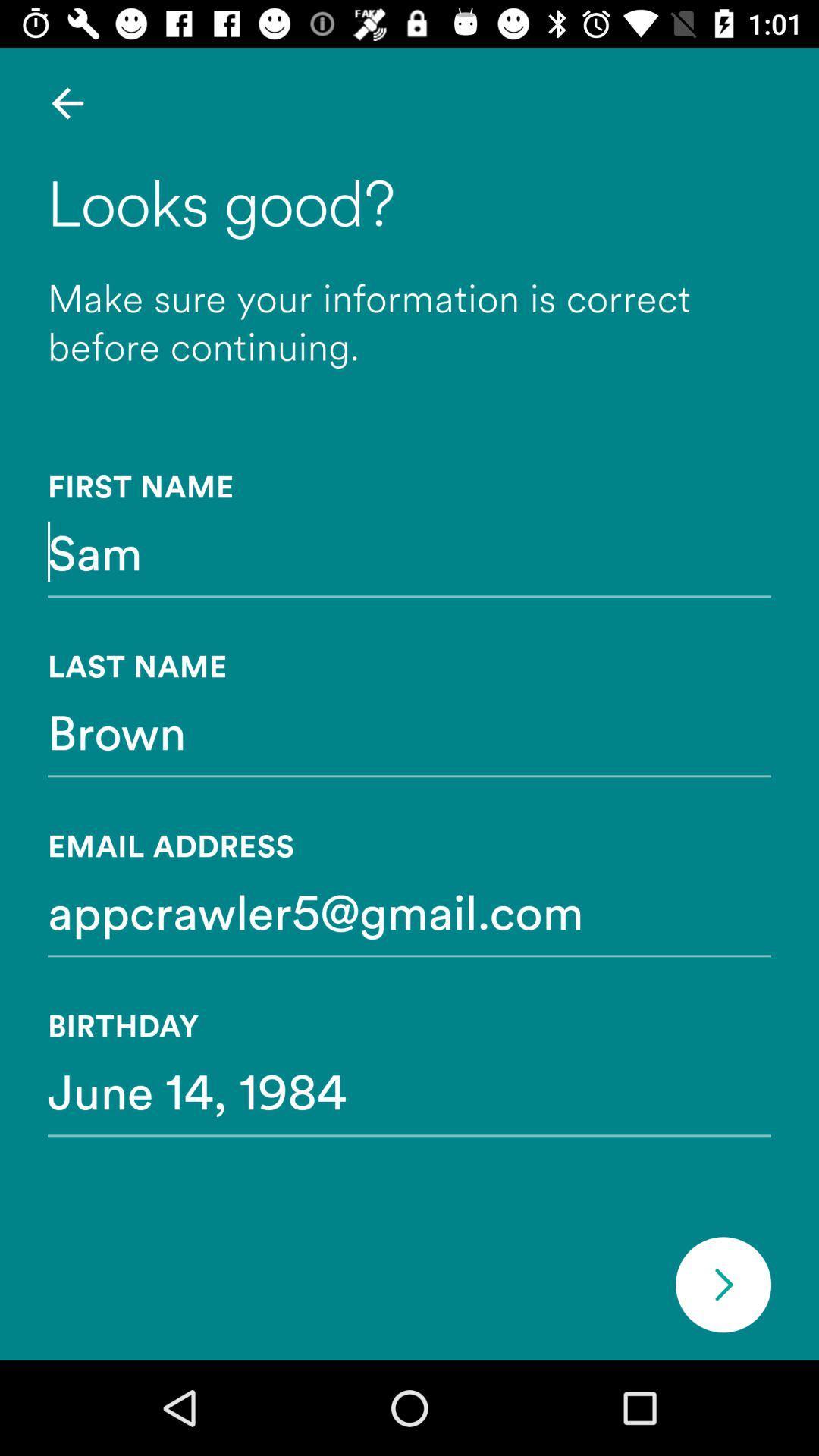  I want to click on icon above birthday item, so click(409, 910).